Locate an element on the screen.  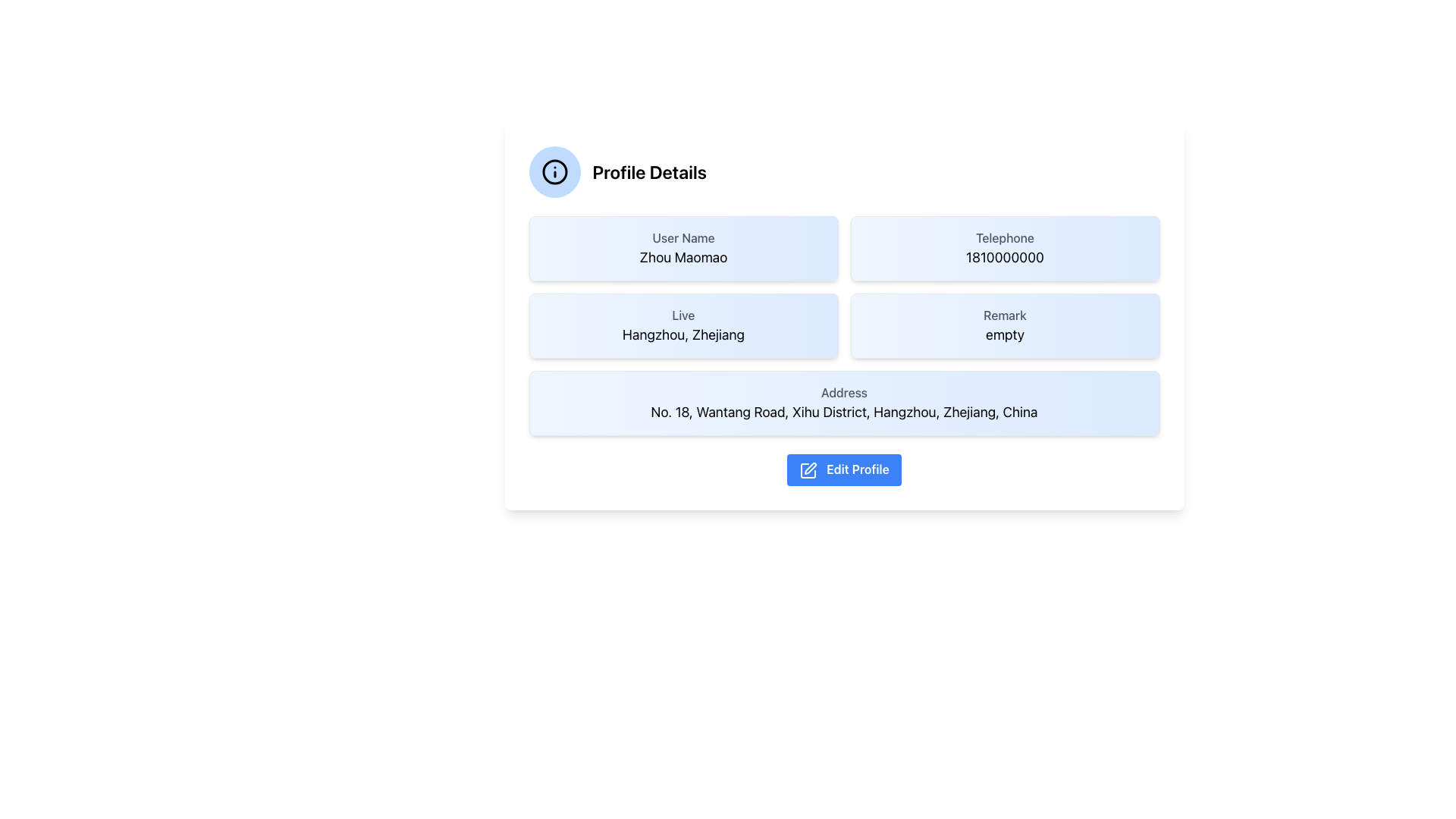
the informational display block containing the text 'Remark' and 'empty' with a gradient background is located at coordinates (1005, 325).